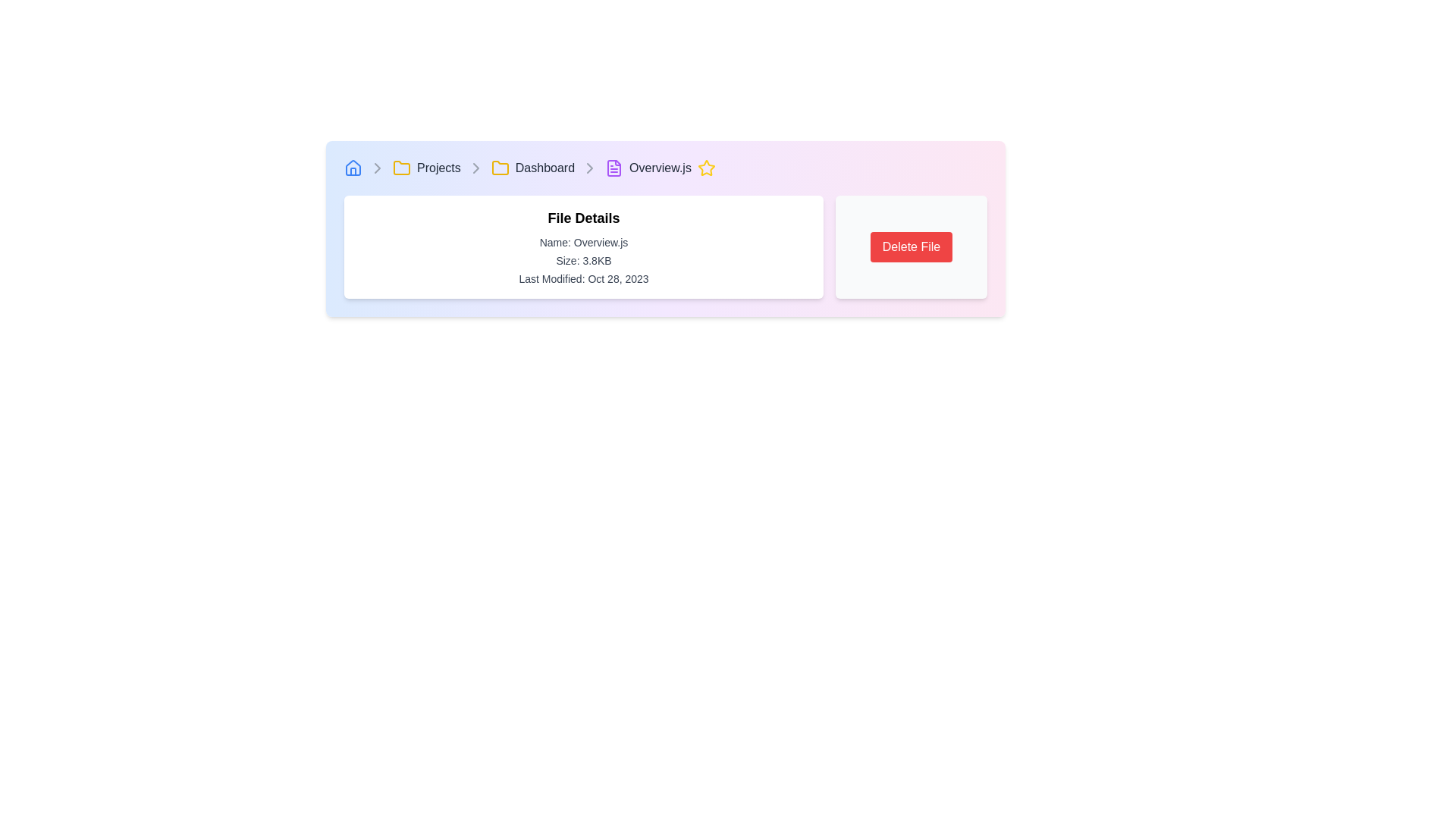 The height and width of the screenshot is (819, 1456). I want to click on the star-shaped icon in the breadcrumb navigation bar, so click(705, 168).